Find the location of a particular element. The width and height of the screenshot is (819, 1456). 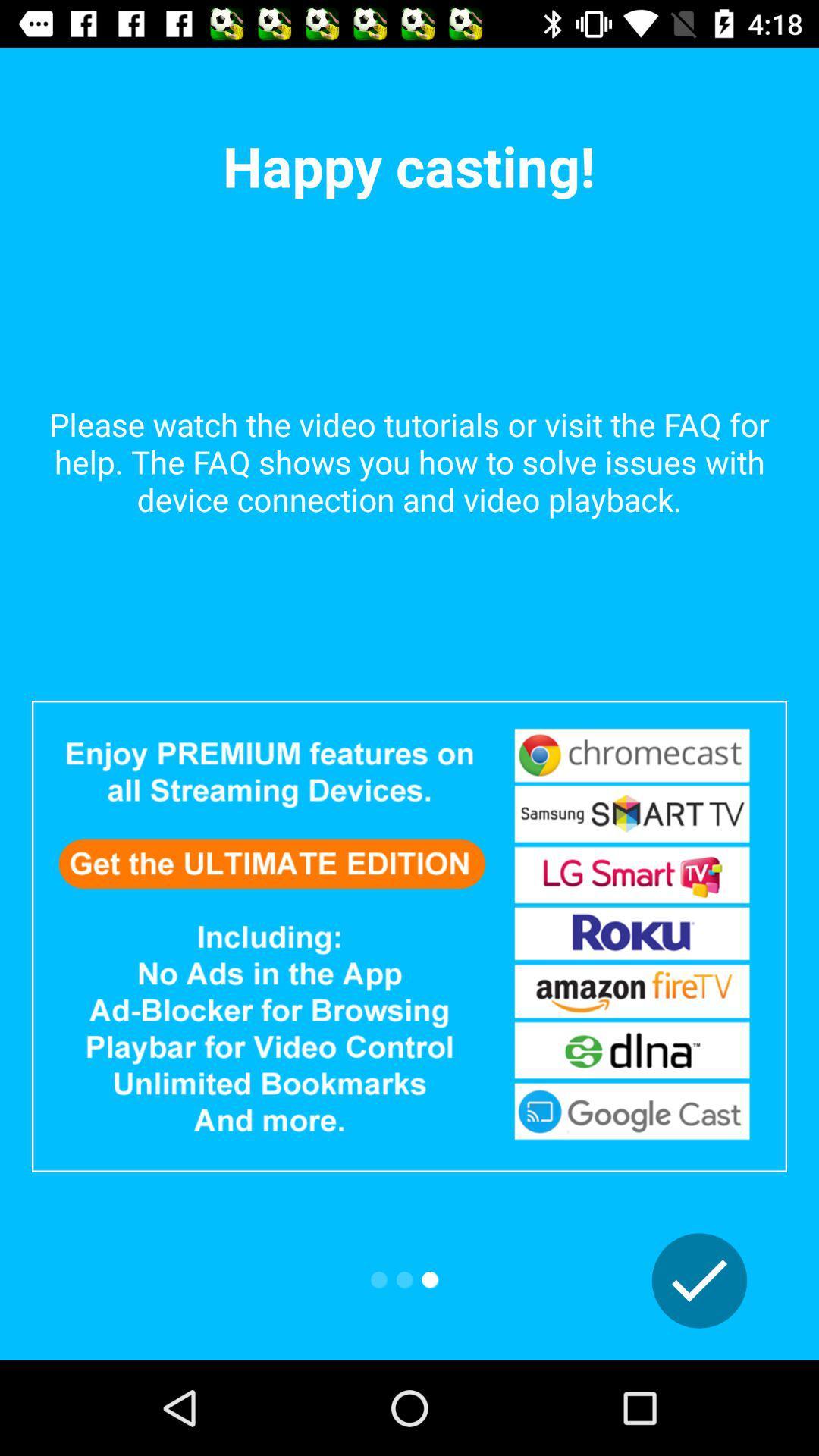

confirm option is located at coordinates (699, 1280).